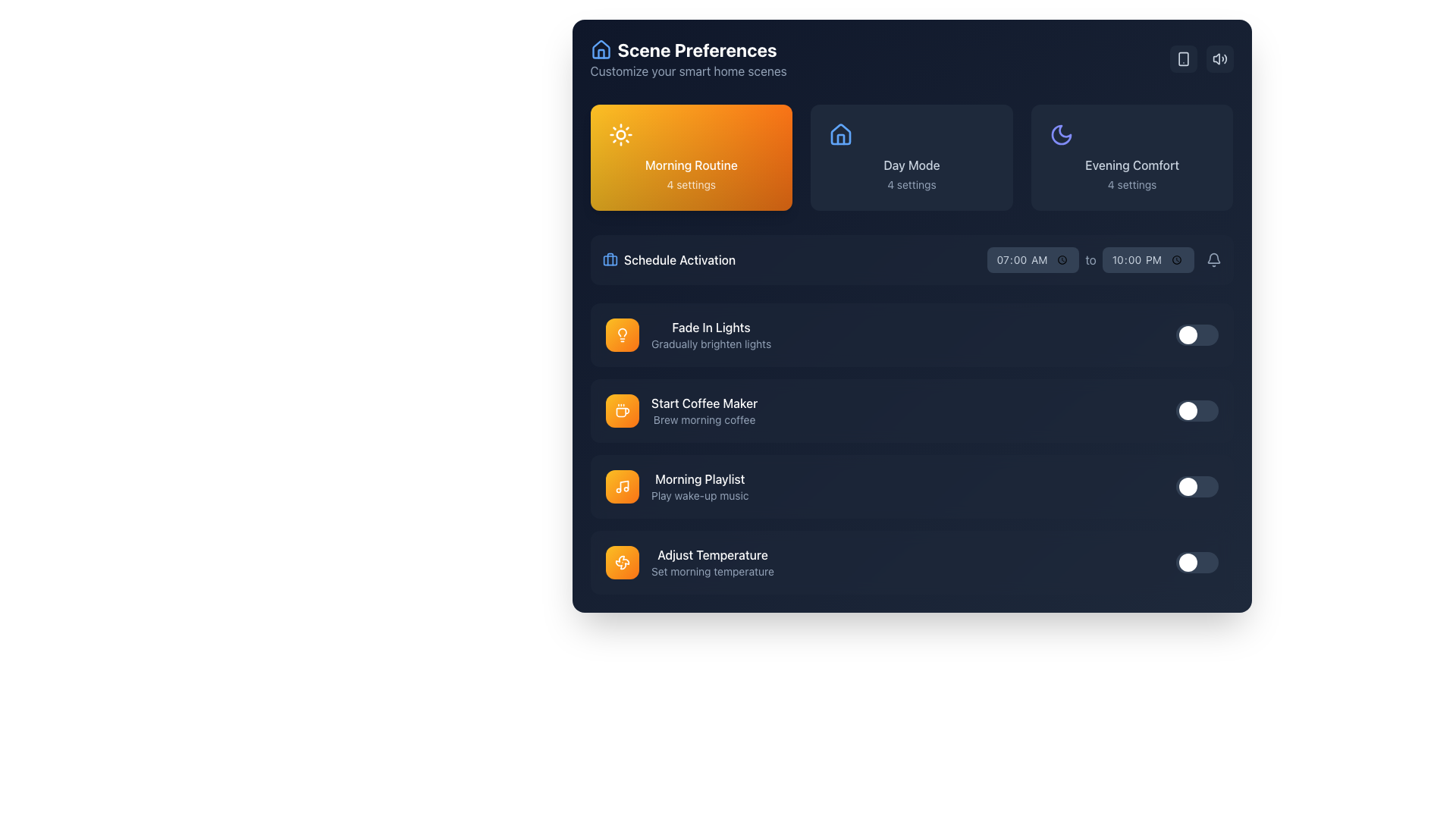 The height and width of the screenshot is (819, 1456). I want to click on the toggle switch for the 'Morning Playlist' setting, which is the third item in the 'Scene Preferences' section, positioned between 'Start Coffee Maker' and 'Adjust Temperature', so click(911, 486).